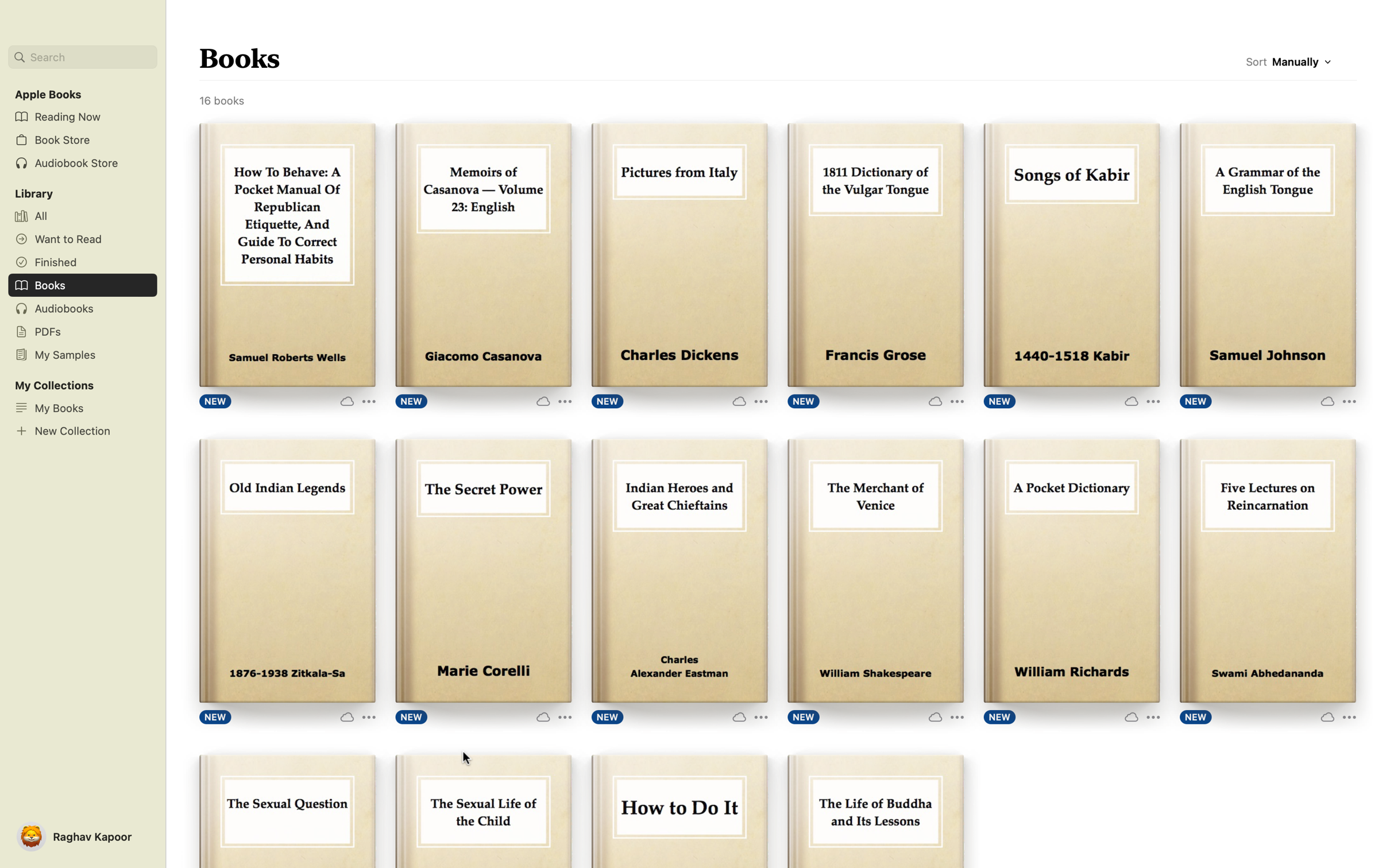 This screenshot has width=1390, height=868. What do you see at coordinates (2617370, 993860) in the screenshot?
I see `Scroll down to see more books in the collection` at bounding box center [2617370, 993860].